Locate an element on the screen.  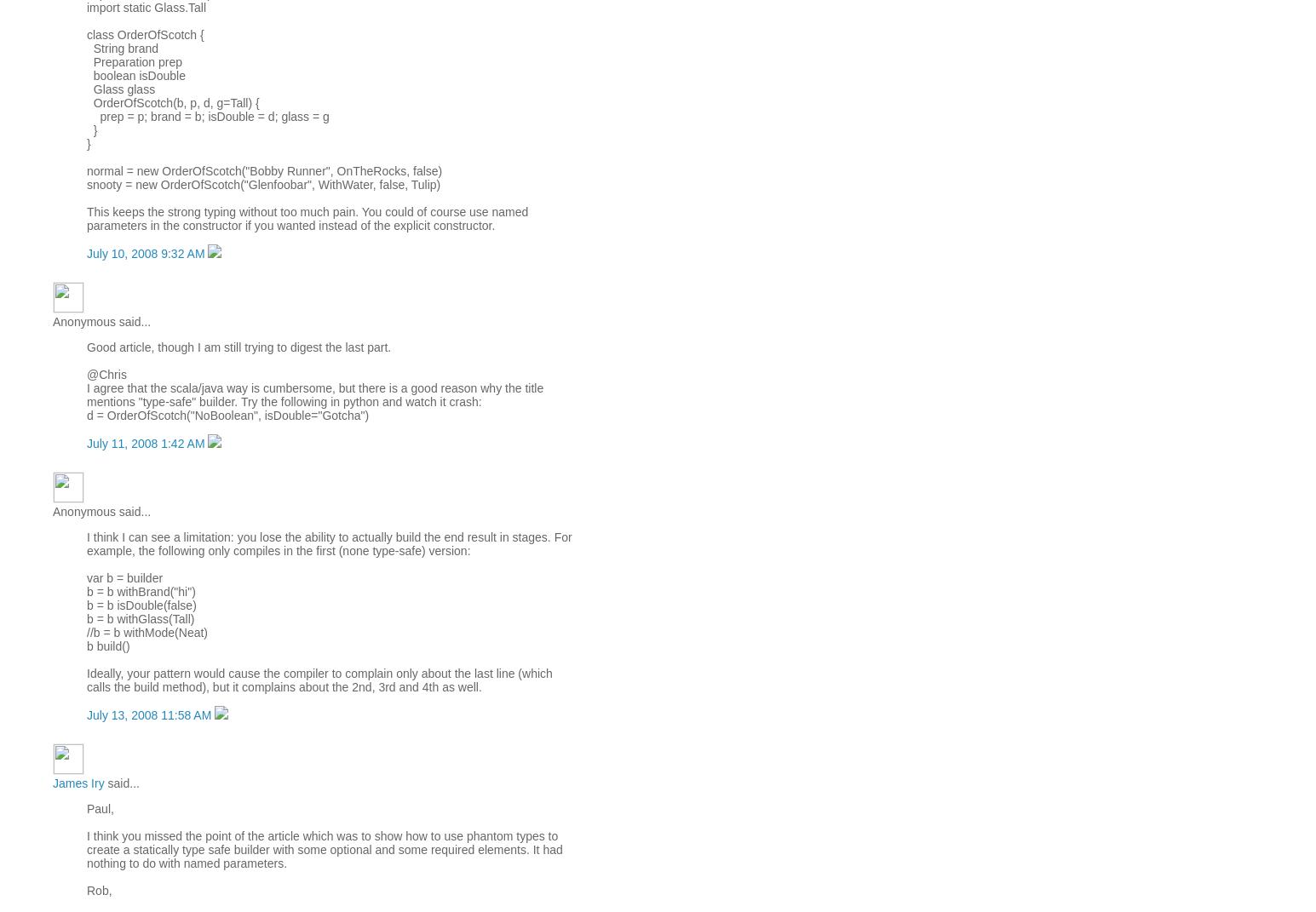
'Glass glass' is located at coordinates (119, 89).